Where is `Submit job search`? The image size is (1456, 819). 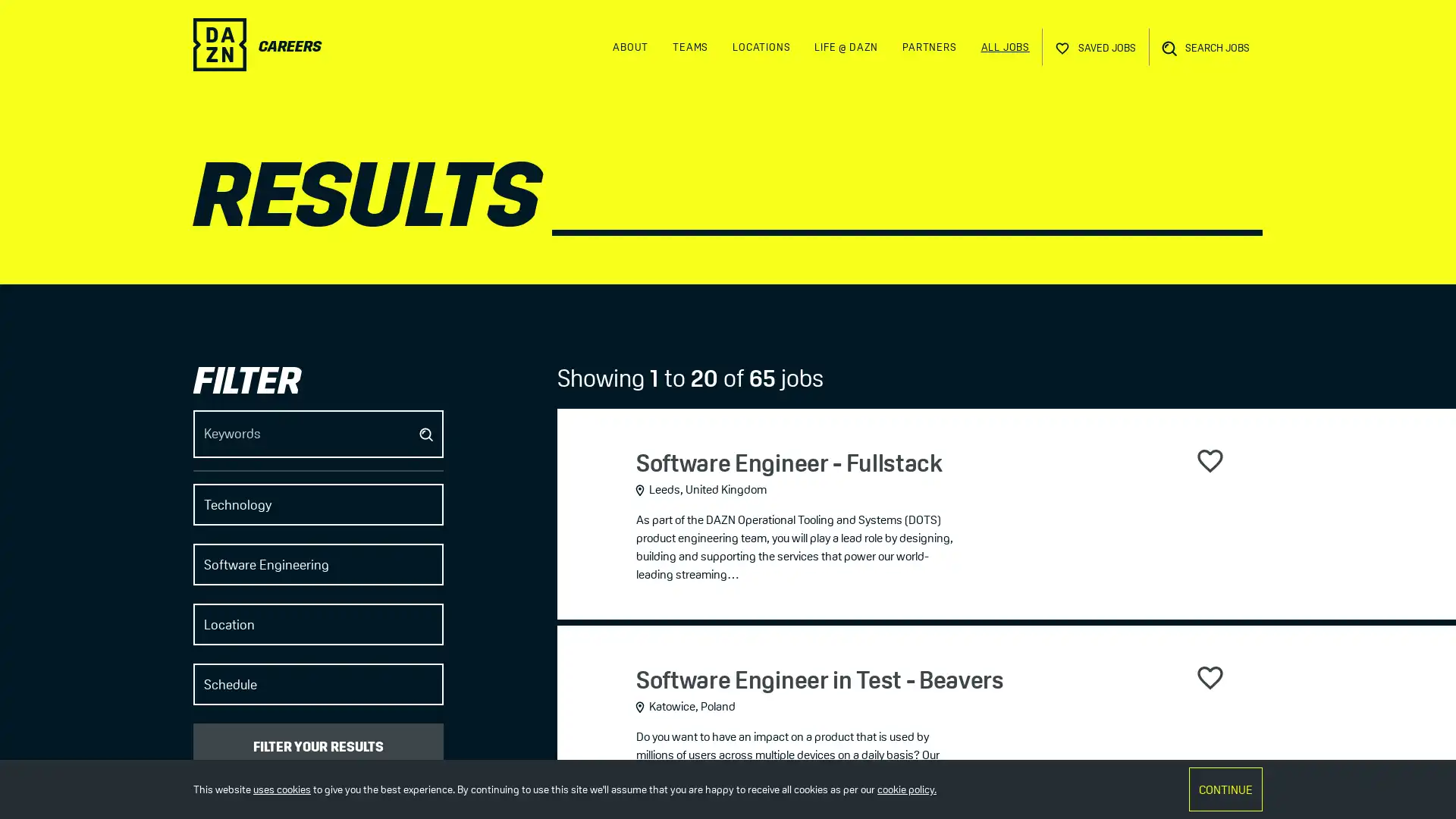
Submit job search is located at coordinates (425, 434).